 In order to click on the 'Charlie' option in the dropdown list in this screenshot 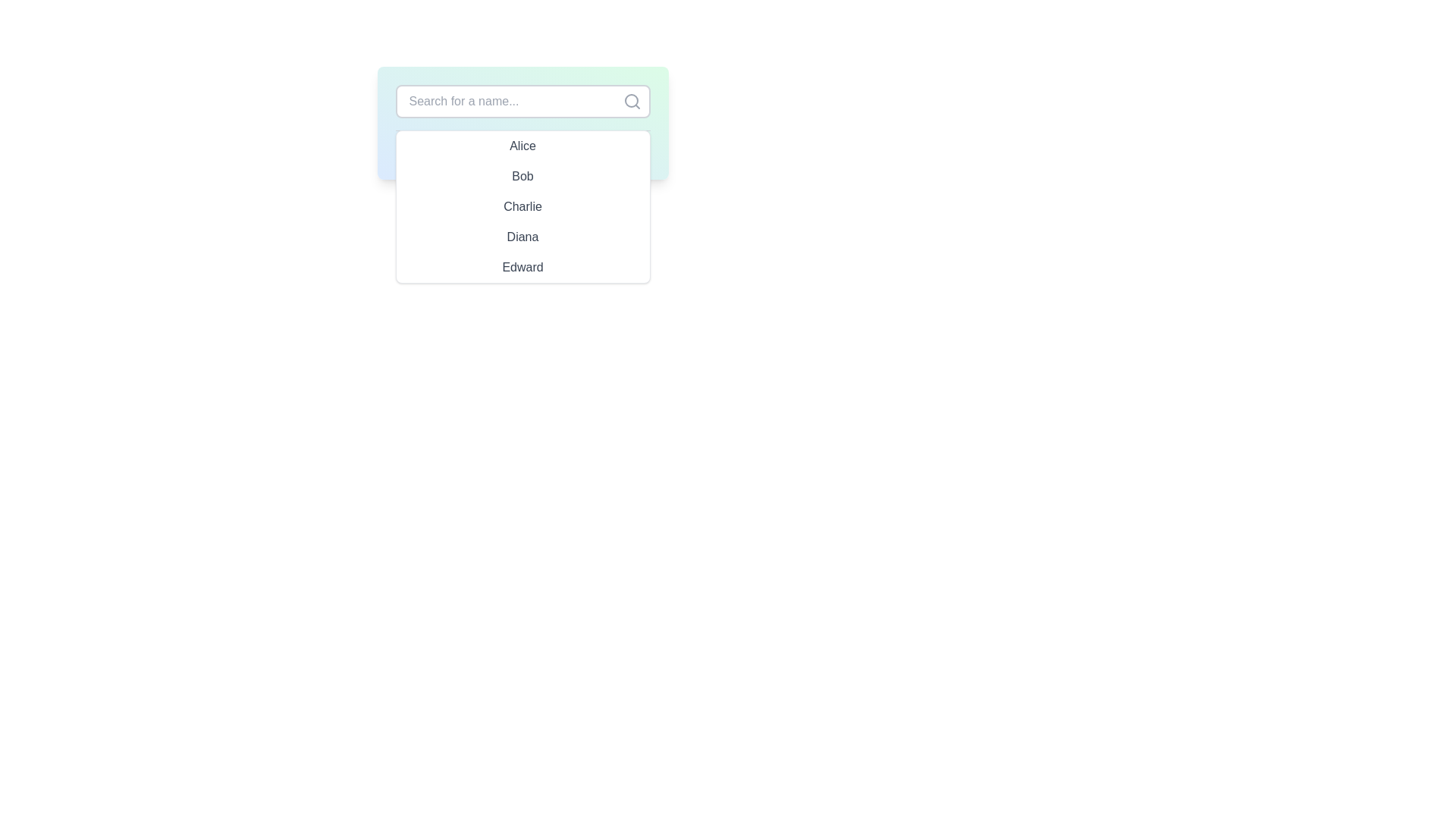, I will do `click(522, 207)`.